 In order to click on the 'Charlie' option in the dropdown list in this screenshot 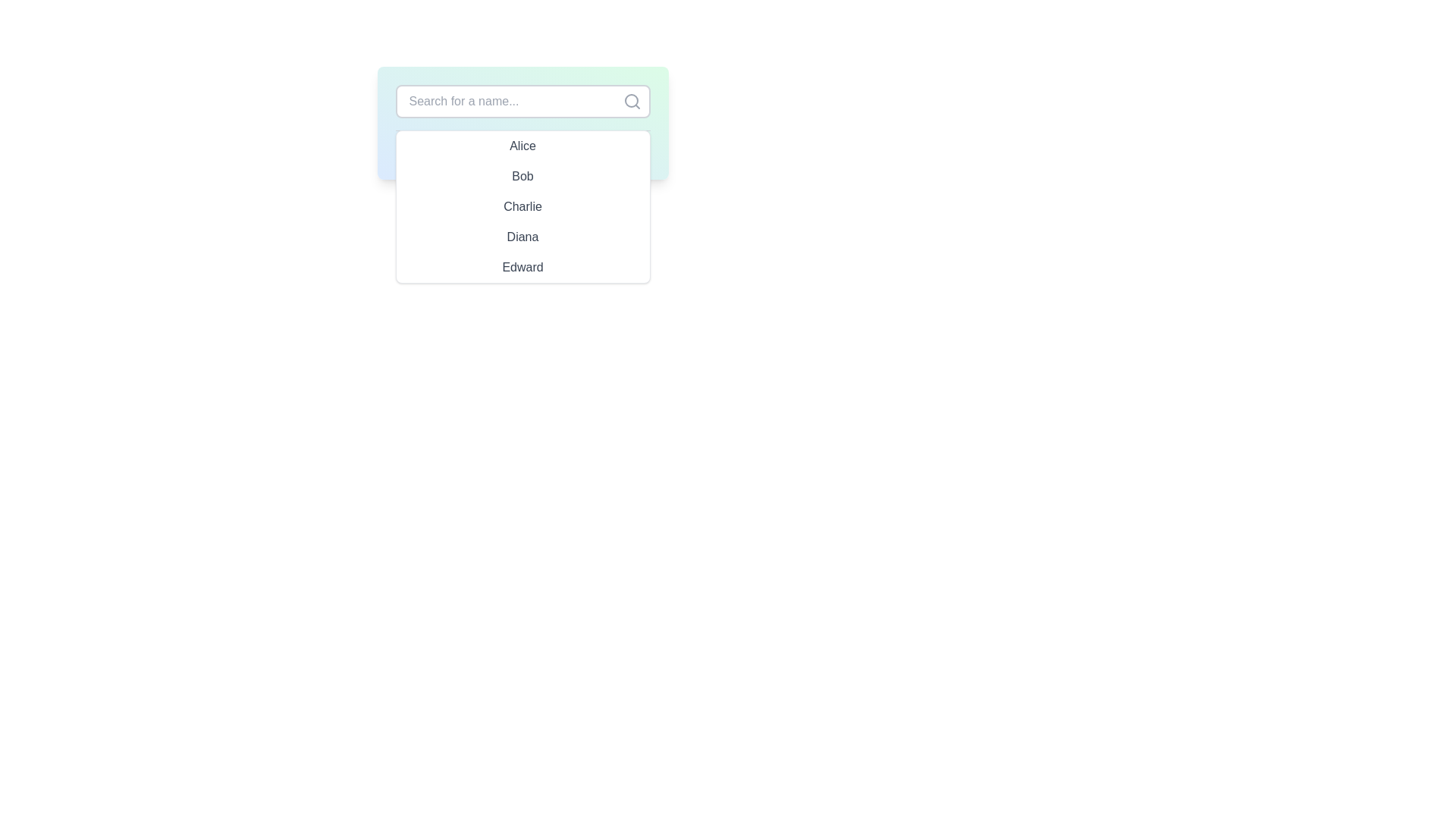, I will do `click(522, 207)`.